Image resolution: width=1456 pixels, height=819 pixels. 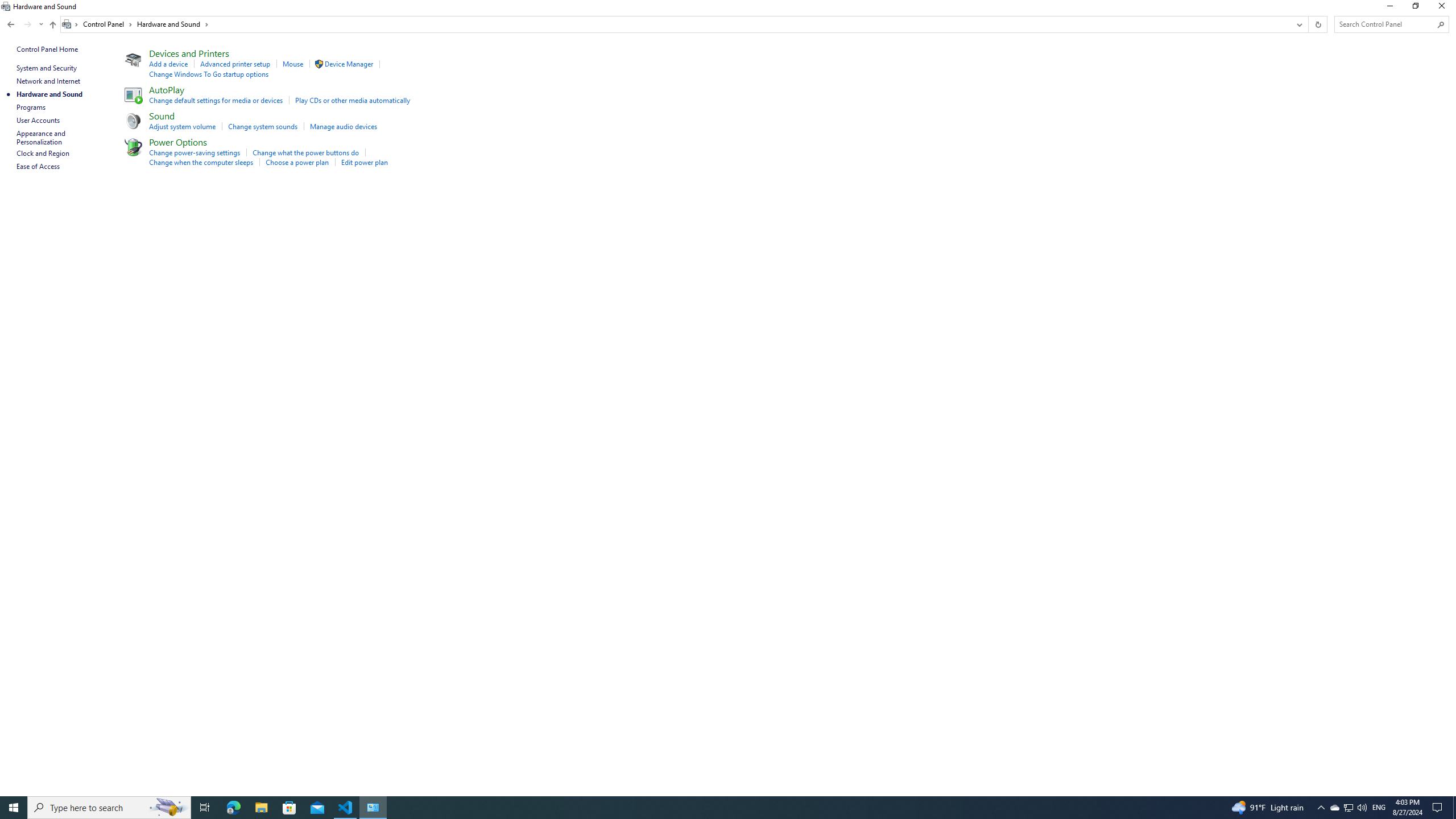 I want to click on 'Appearance and Personalization', so click(x=42, y=137).